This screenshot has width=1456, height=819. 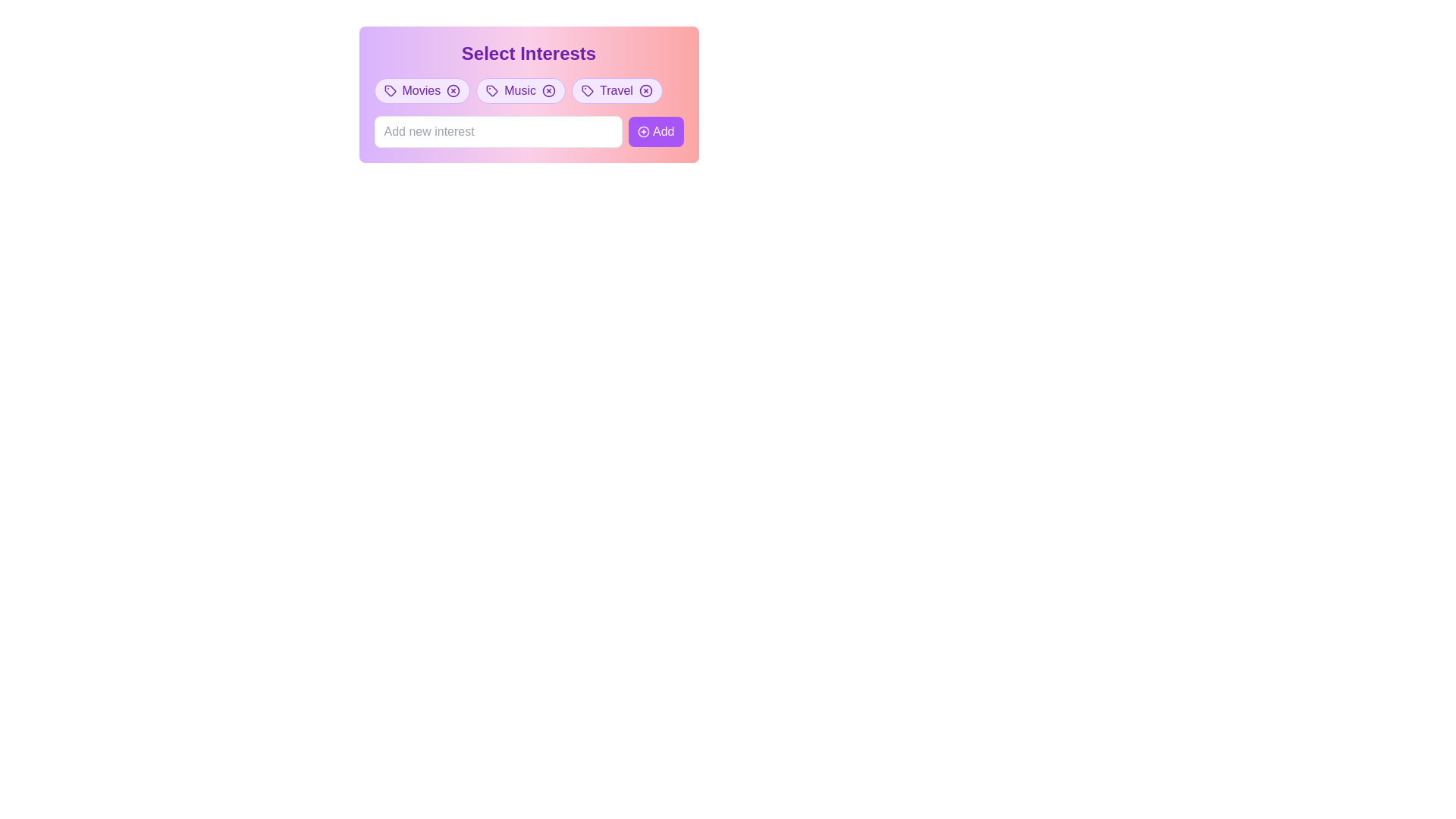 What do you see at coordinates (492, 90) in the screenshot?
I see `the inline decorative icon within the pill-shaped tag labeled 'Music', which is part of a horizontal list of tags under the heading 'Select Interests'` at bounding box center [492, 90].